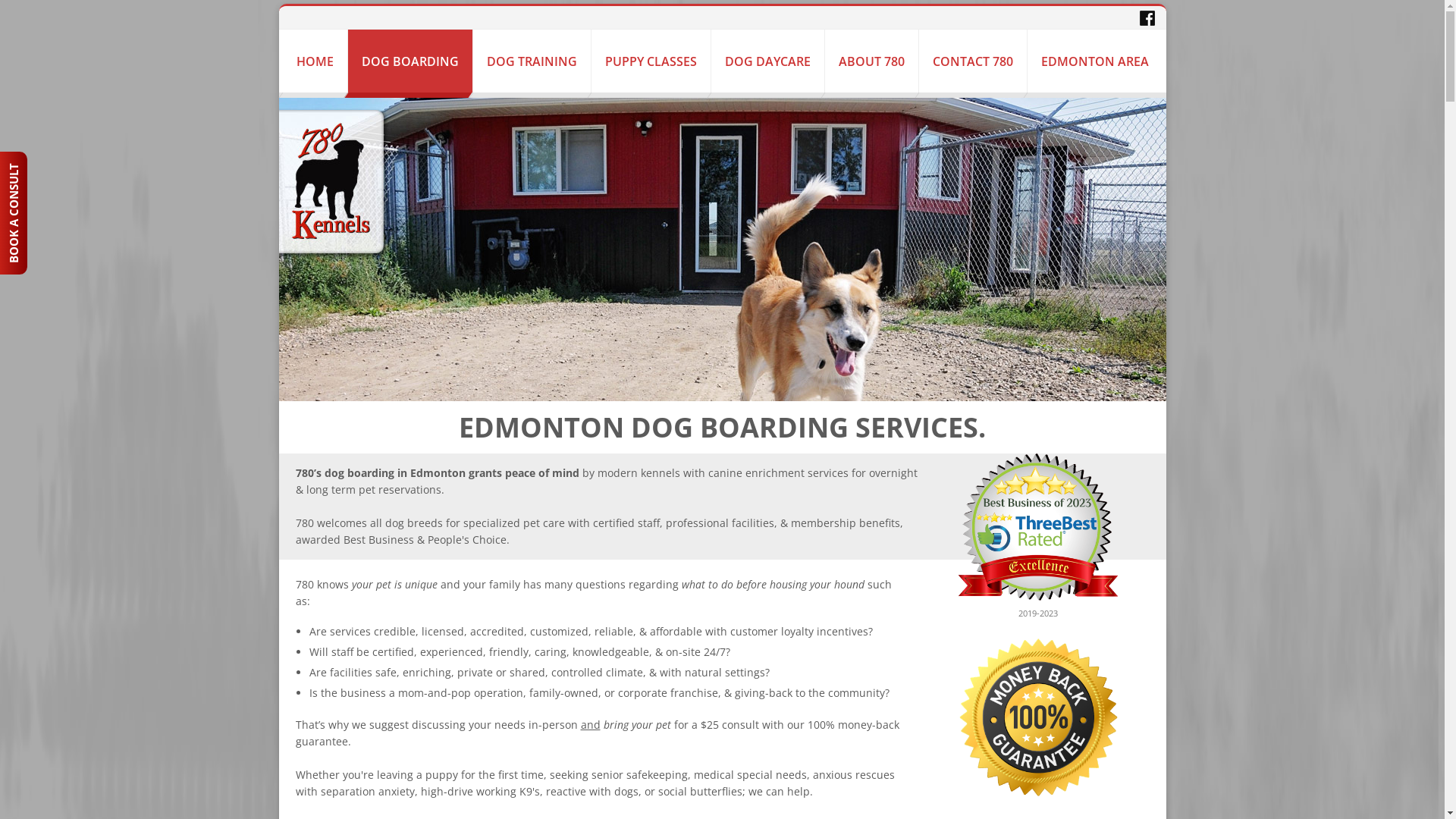 This screenshot has height=819, width=1456. I want to click on 'PUPPY CLASSES', so click(651, 60).